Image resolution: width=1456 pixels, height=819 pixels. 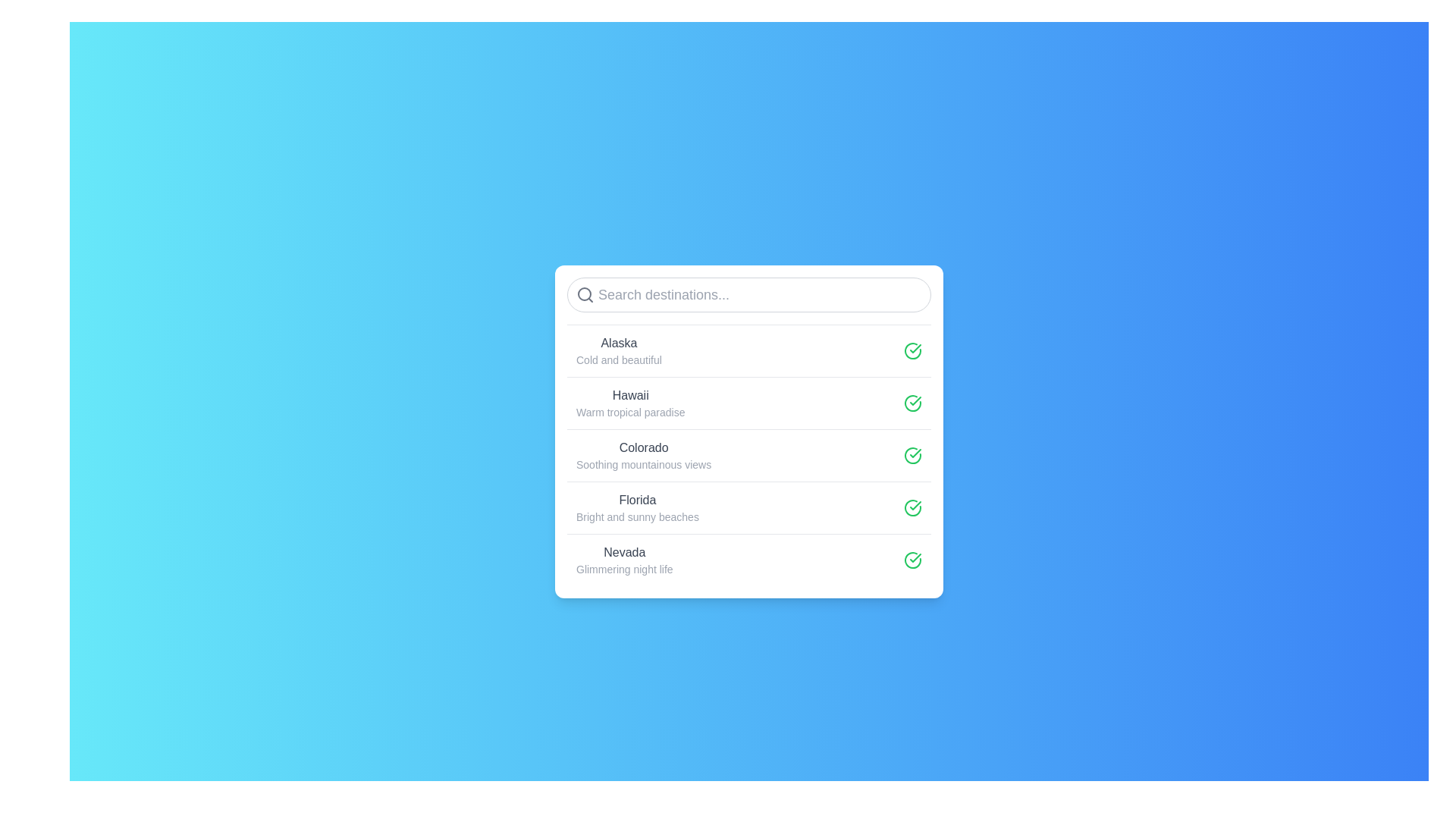 I want to click on the list item titled 'Hawaii' which is the second item in the vertical list of destination options, so click(x=749, y=402).